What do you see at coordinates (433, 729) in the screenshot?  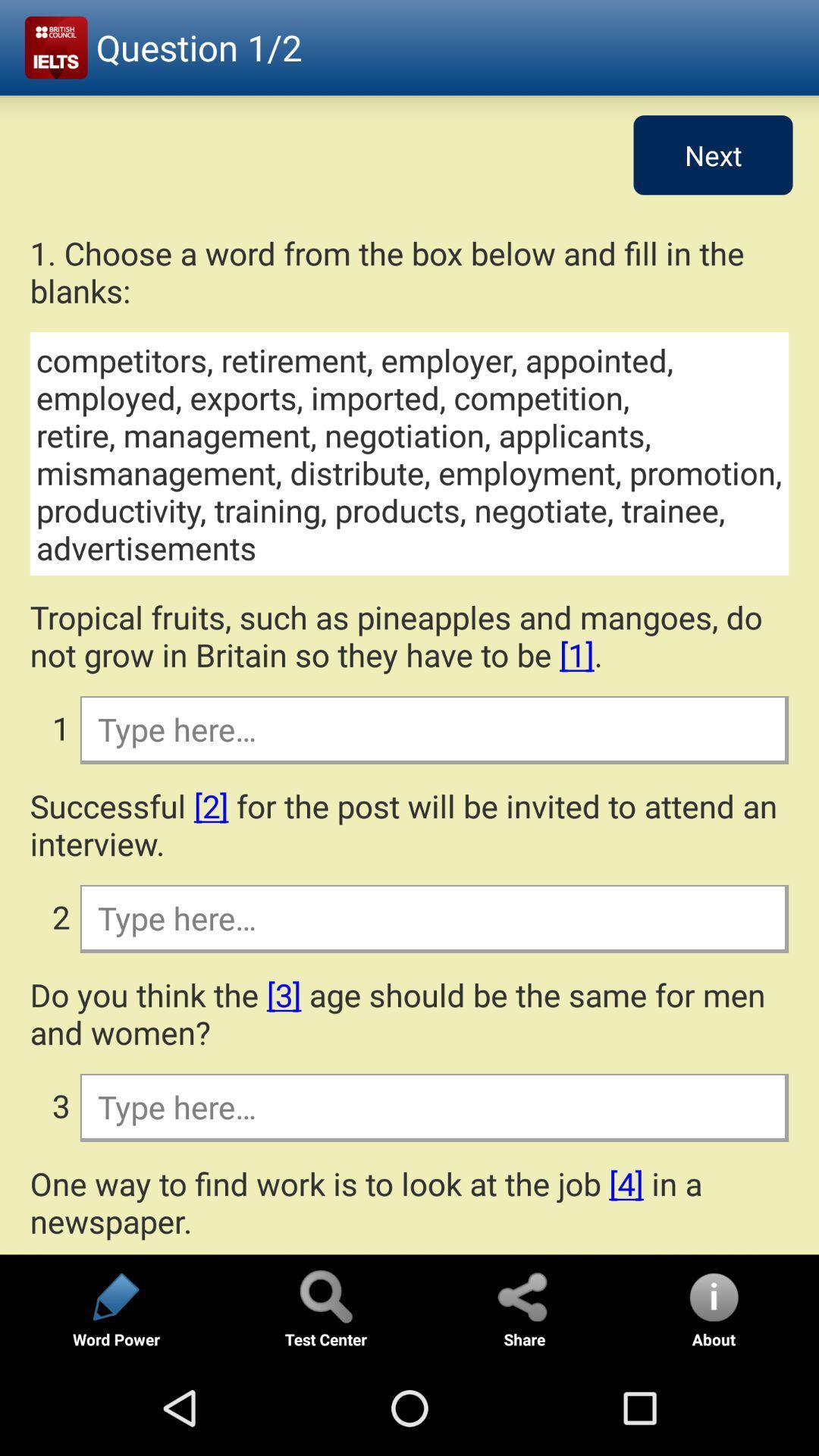 I see `comment option` at bounding box center [433, 729].